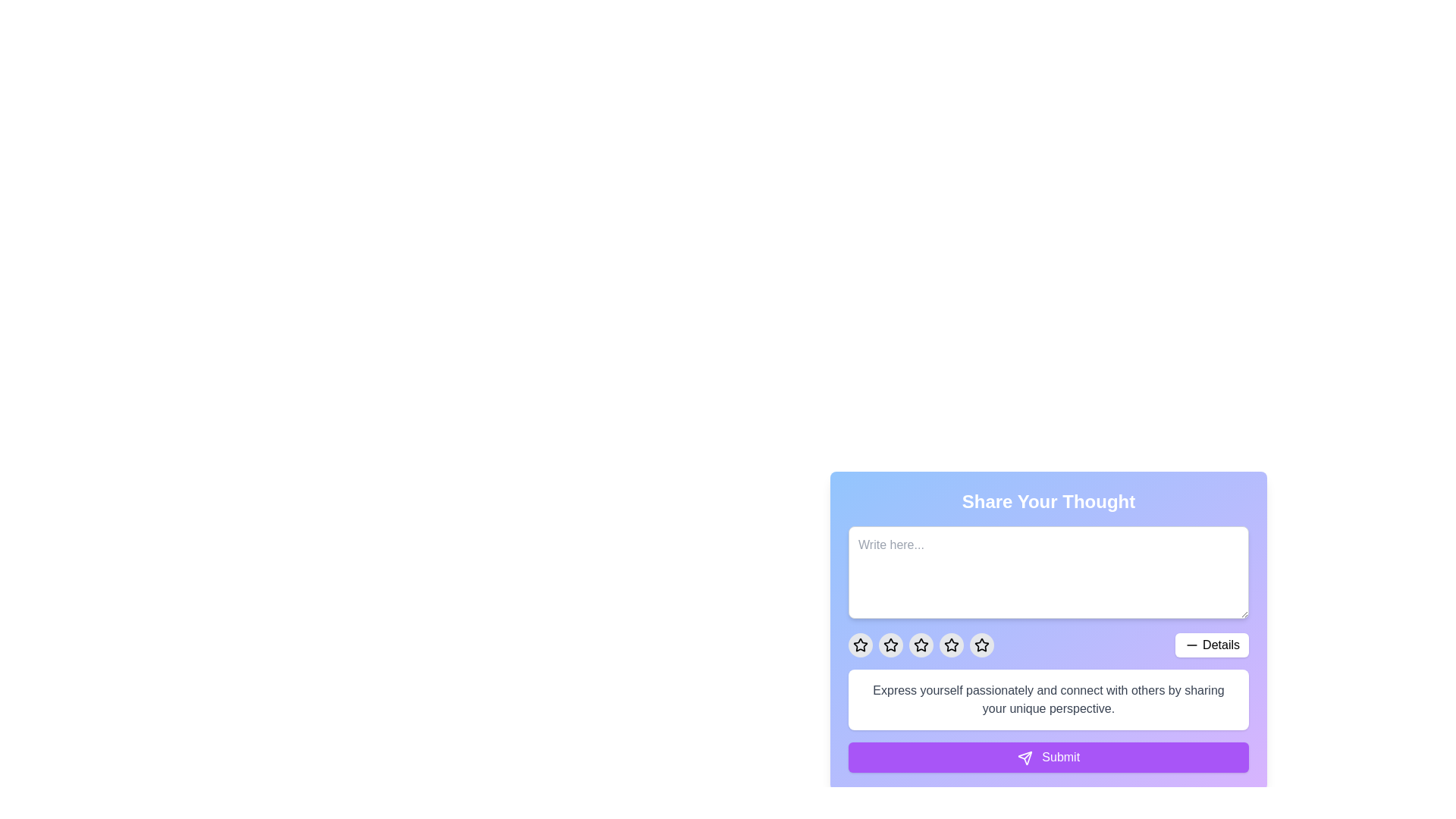 The height and width of the screenshot is (819, 1456). Describe the element at coordinates (860, 645) in the screenshot. I see `the first star-shaped rating icon in the rating widget` at that location.